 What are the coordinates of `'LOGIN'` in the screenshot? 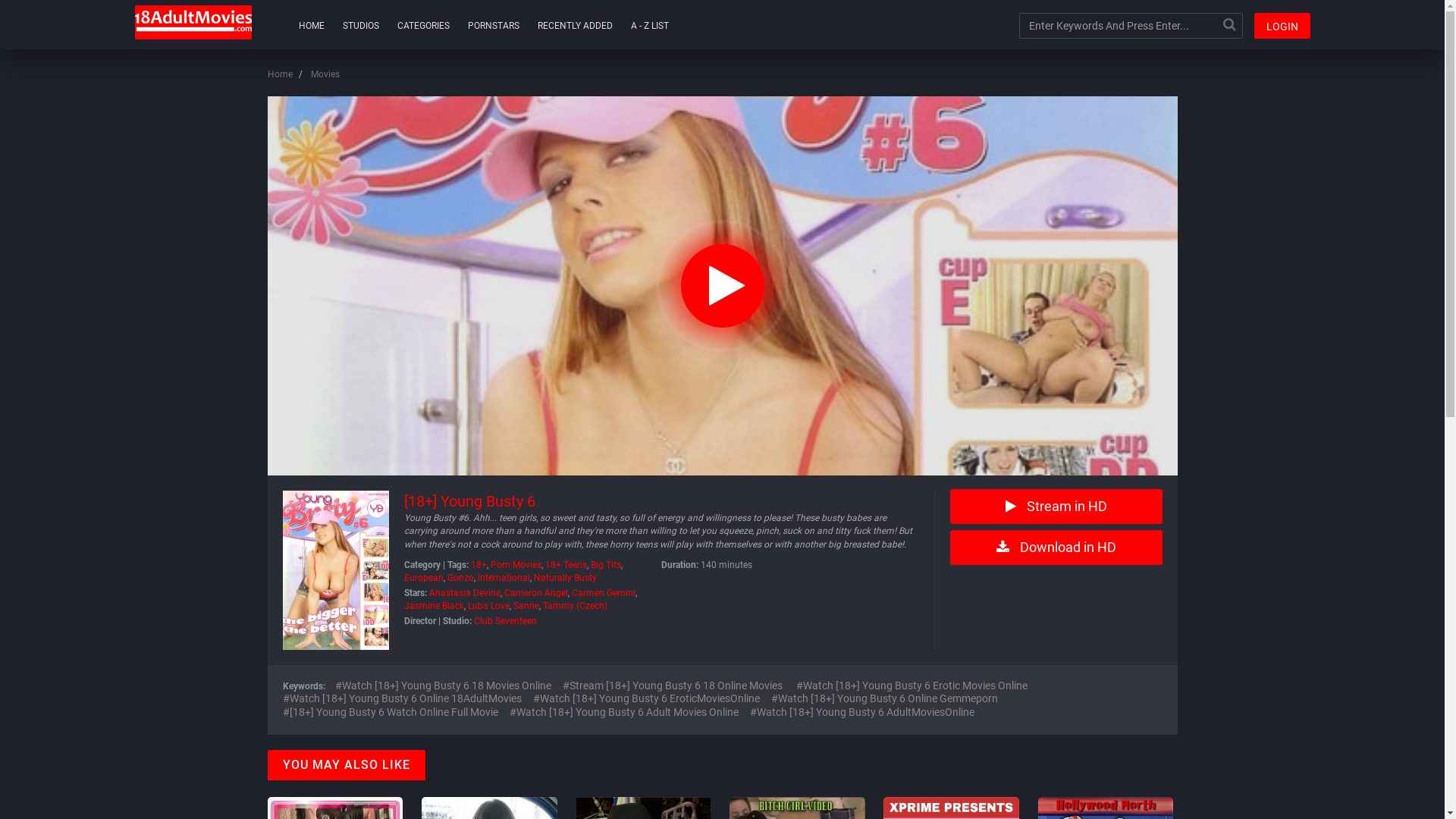 It's located at (1254, 26).